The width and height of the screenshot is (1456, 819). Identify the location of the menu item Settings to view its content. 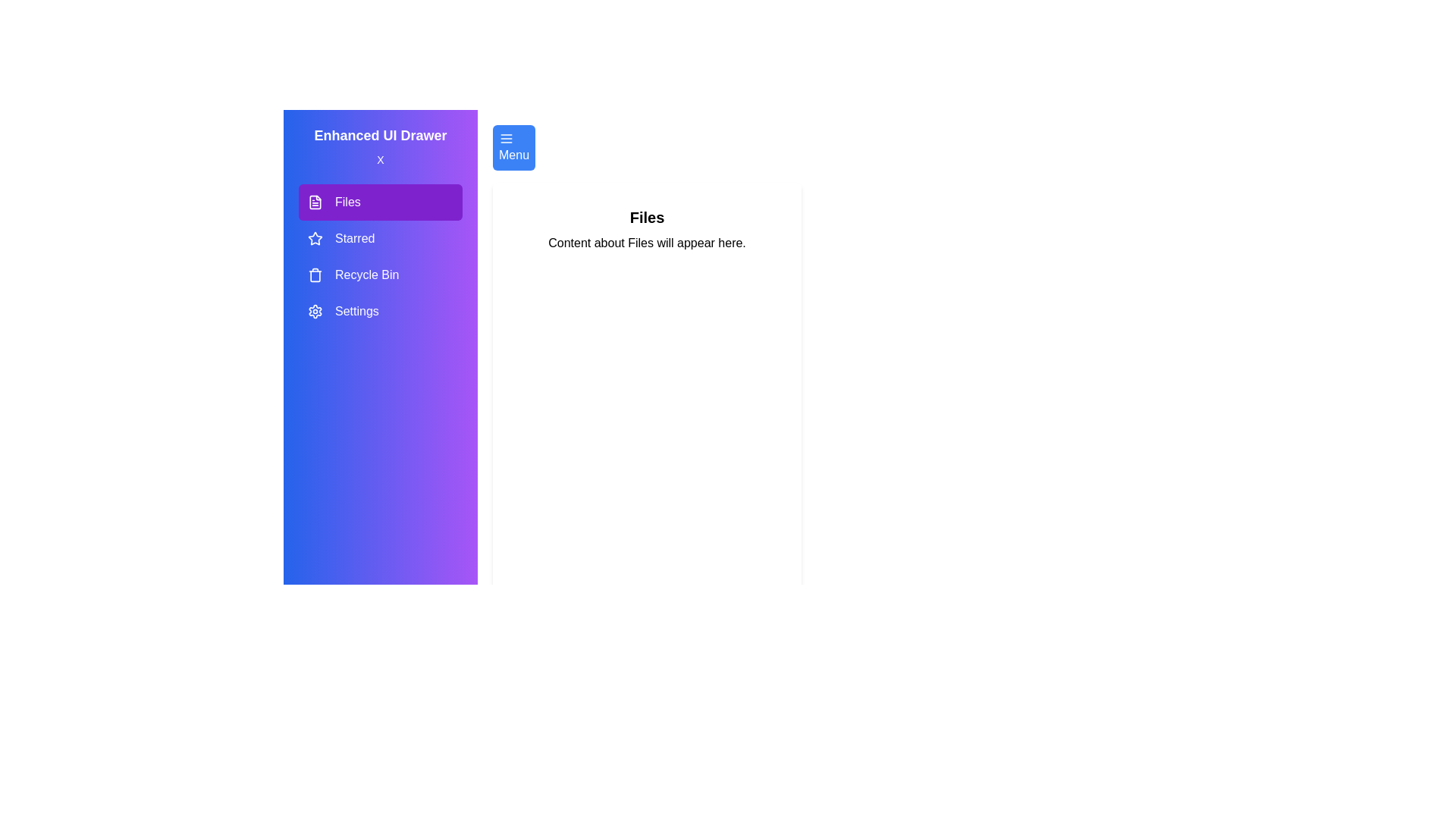
(381, 311).